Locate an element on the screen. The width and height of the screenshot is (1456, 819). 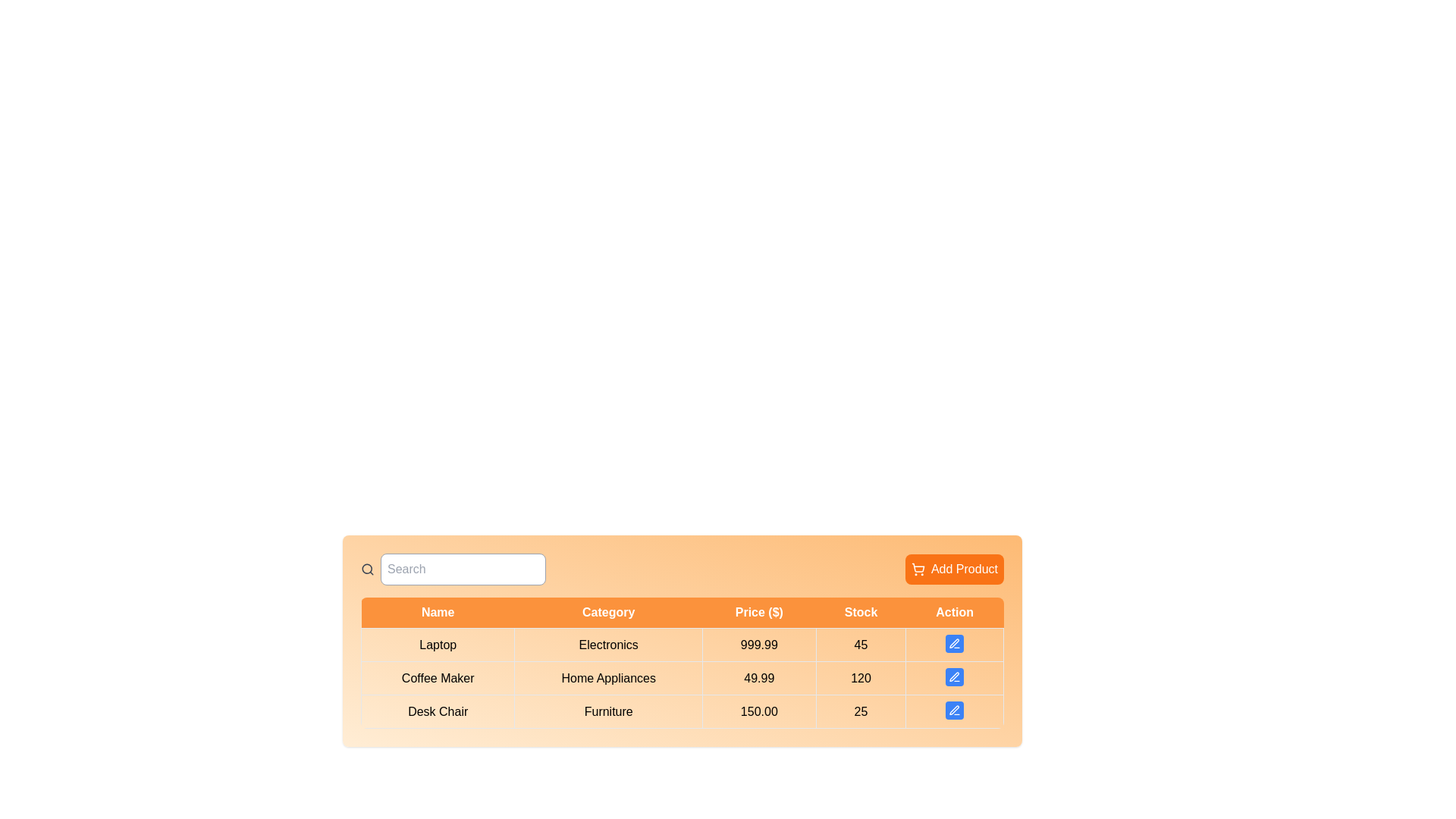
the pen-shaped edit icon located in the 'Action' column of the first row of the product table is located at coordinates (952, 643).